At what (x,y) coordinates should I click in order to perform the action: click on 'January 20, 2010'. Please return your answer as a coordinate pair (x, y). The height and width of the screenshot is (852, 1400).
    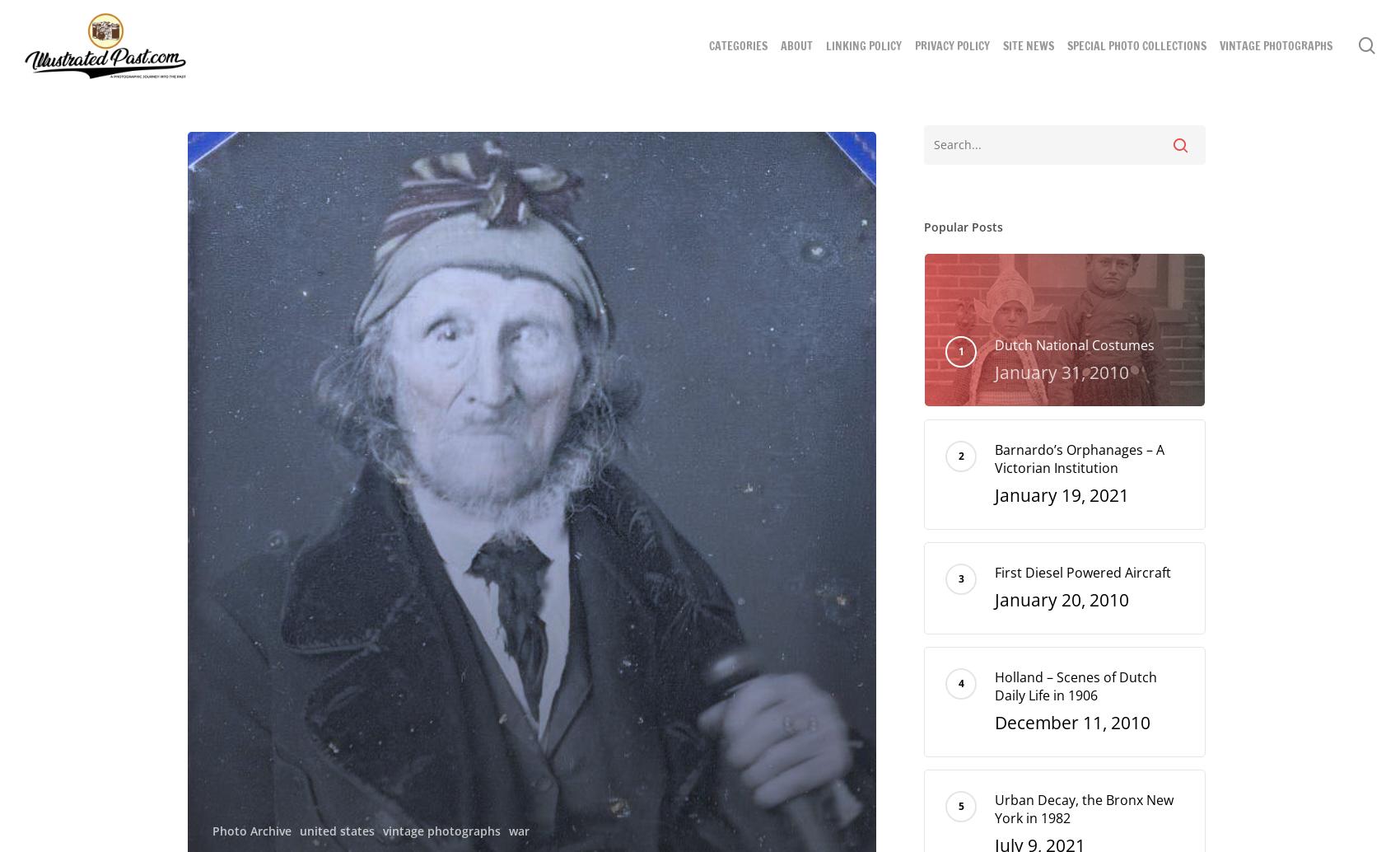
    Looking at the image, I should click on (1062, 600).